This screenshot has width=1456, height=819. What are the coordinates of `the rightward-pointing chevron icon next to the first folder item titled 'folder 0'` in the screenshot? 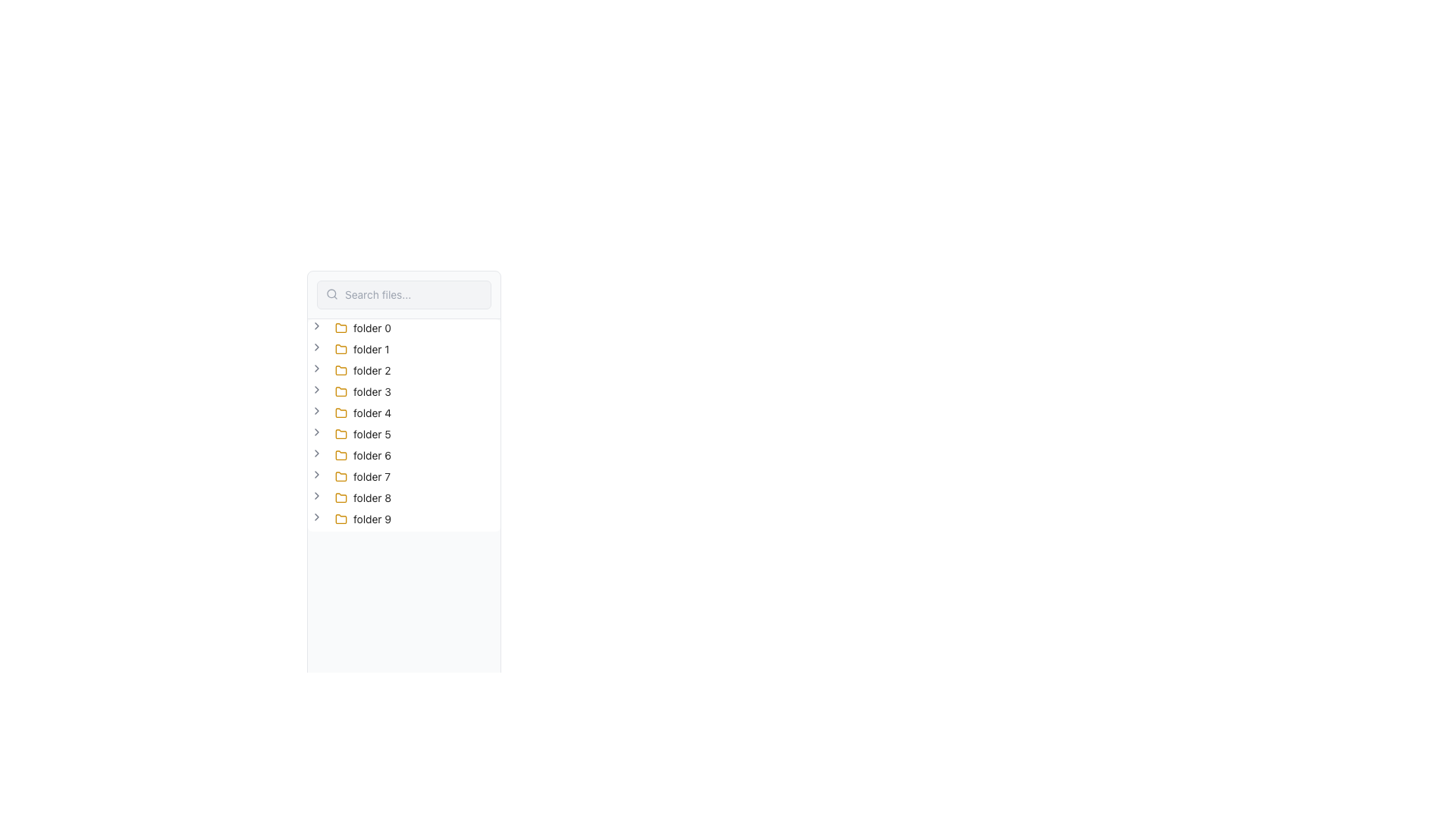 It's located at (315, 325).